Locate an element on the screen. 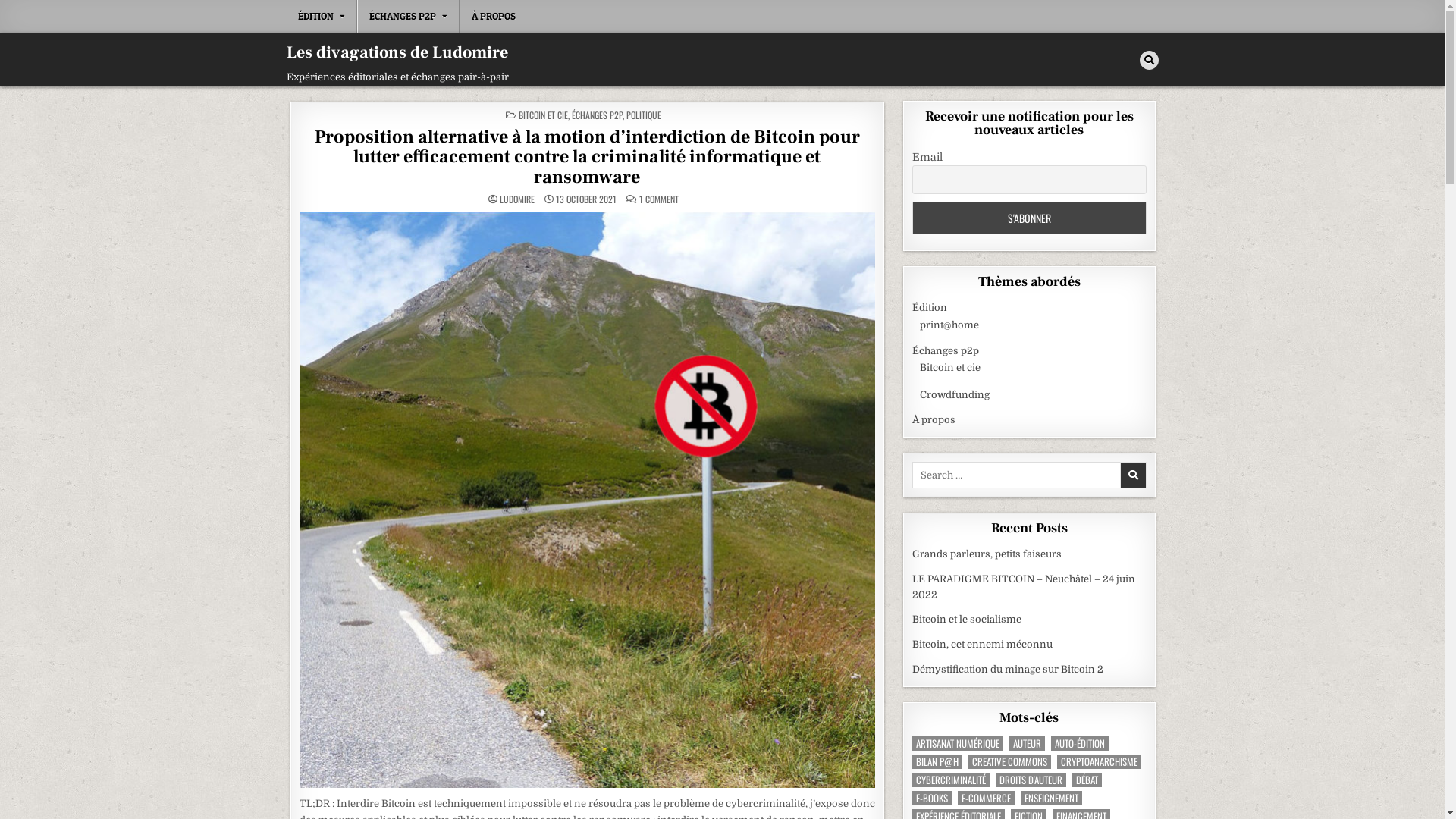 This screenshot has width=1456, height=819. 'Bitcoin et le socialisme' is located at coordinates (966, 619).